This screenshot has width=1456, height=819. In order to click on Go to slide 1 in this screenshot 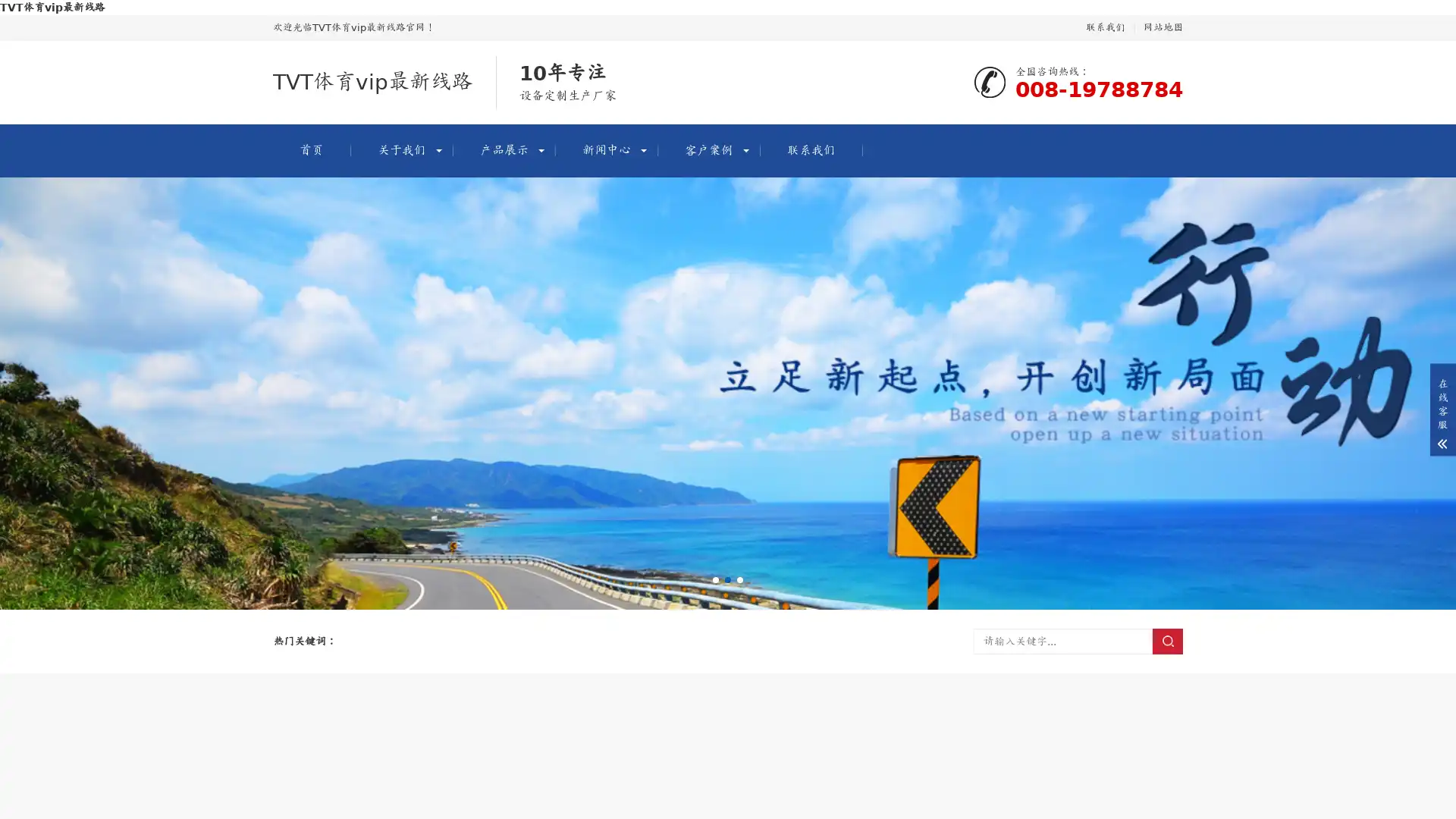, I will do `click(715, 579)`.